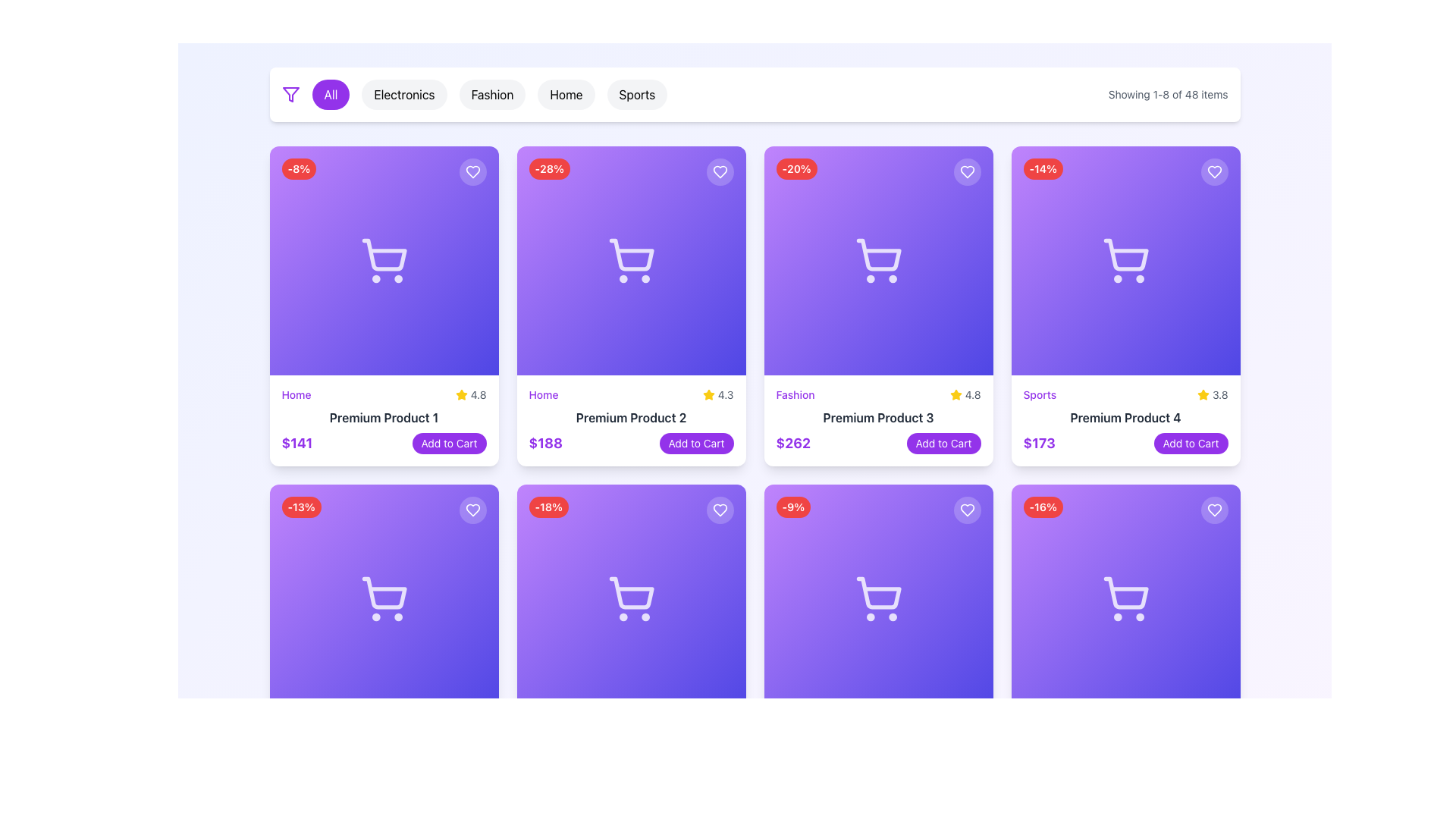  I want to click on the 'Electronics' button, which is a rounded rectangular button with a light gray background, to filter categories, so click(404, 94).